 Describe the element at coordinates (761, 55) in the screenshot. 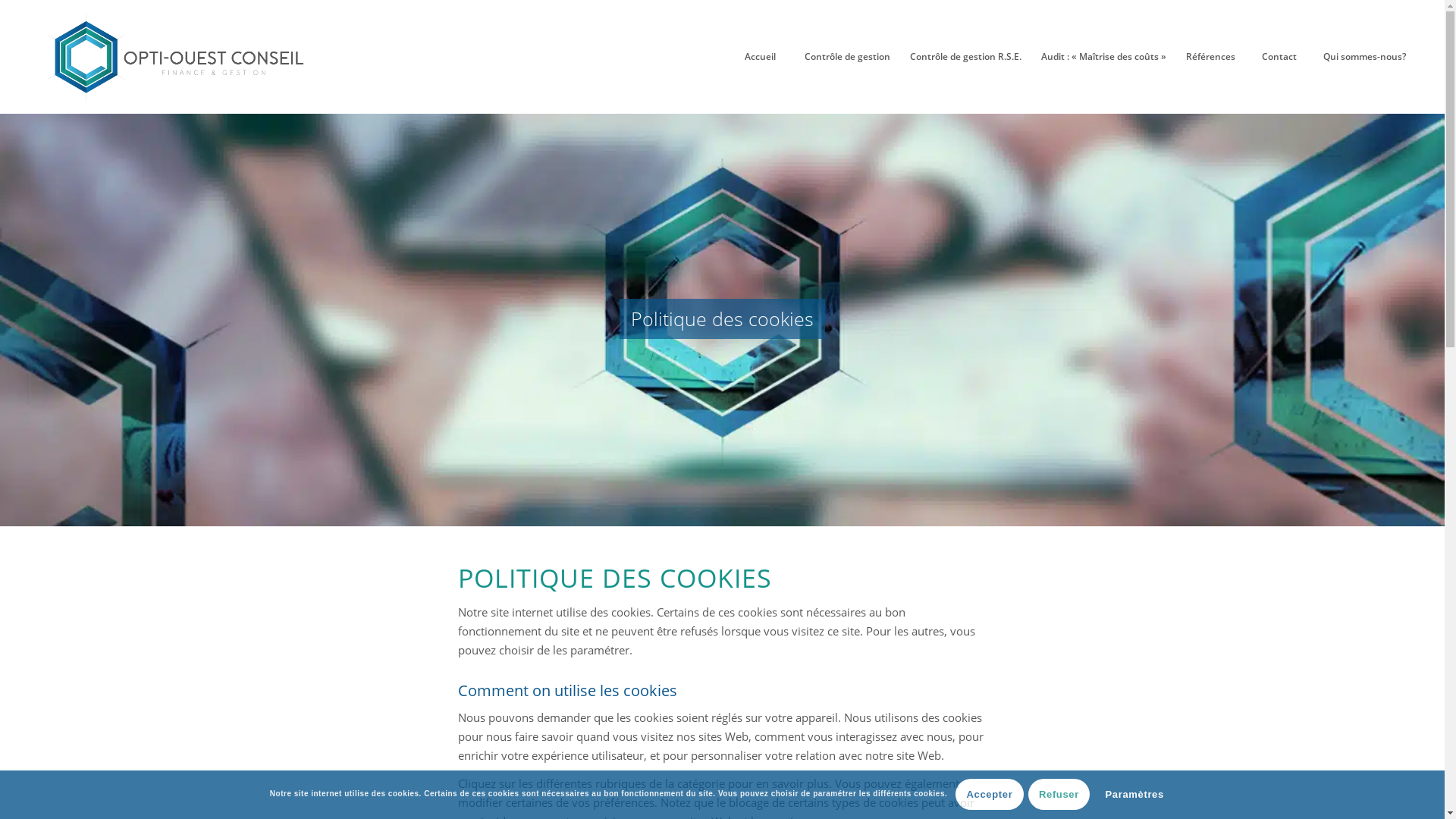

I see `'Accueil'` at that location.